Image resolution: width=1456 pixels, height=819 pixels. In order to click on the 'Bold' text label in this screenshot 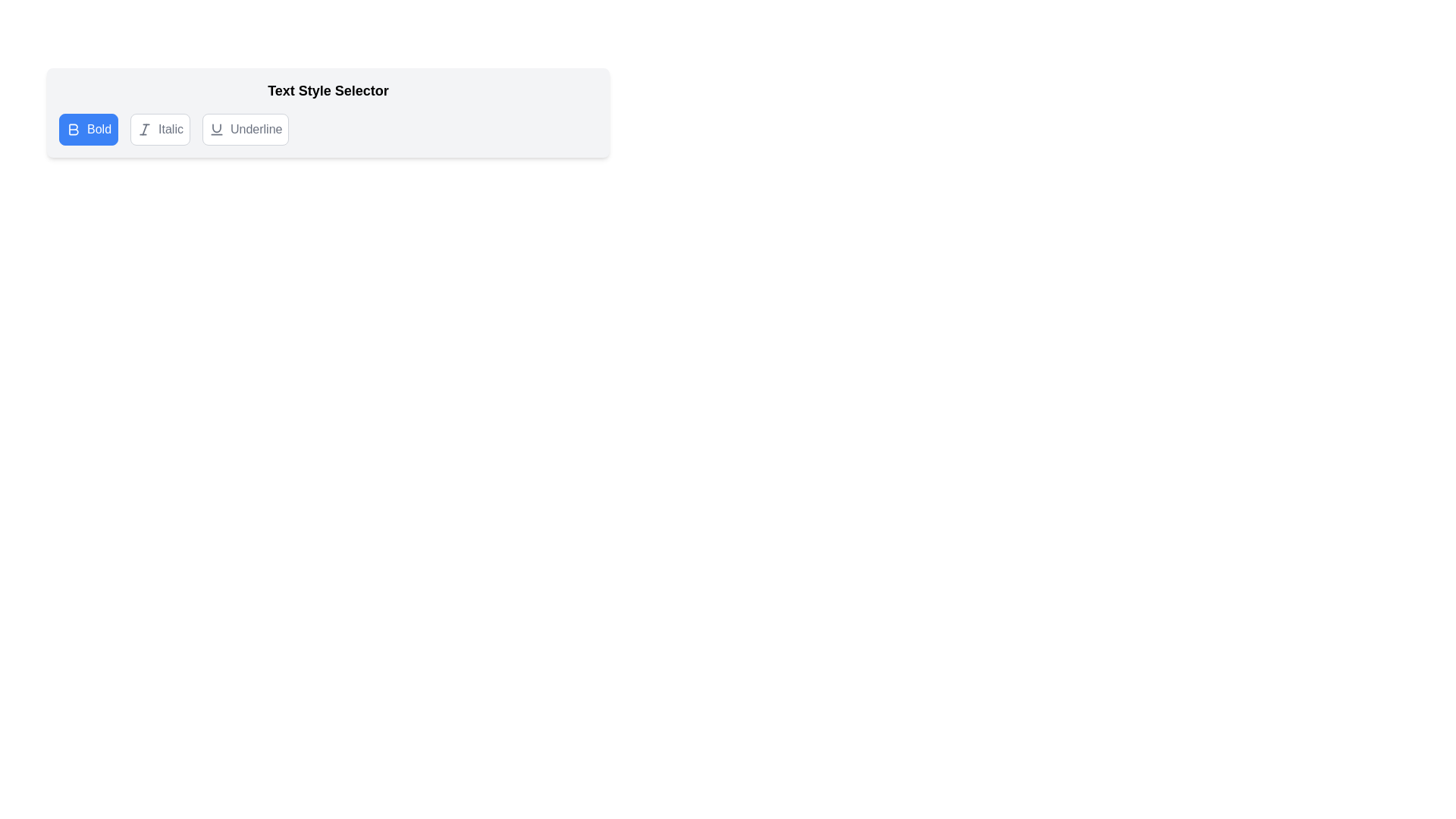, I will do `click(98, 128)`.